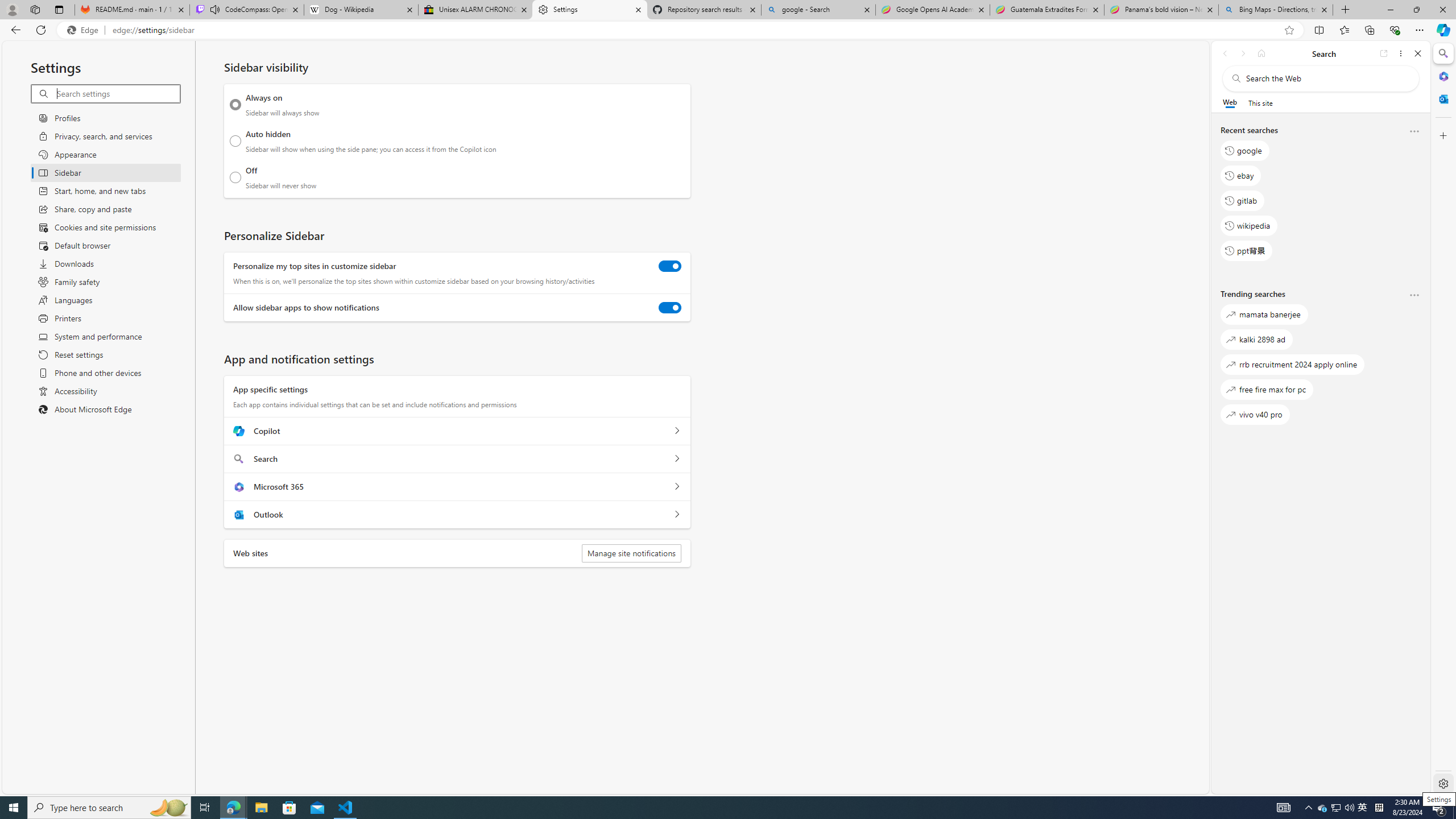 This screenshot has width=1456, height=819. Describe the element at coordinates (118, 93) in the screenshot. I see `'Search settings'` at that location.